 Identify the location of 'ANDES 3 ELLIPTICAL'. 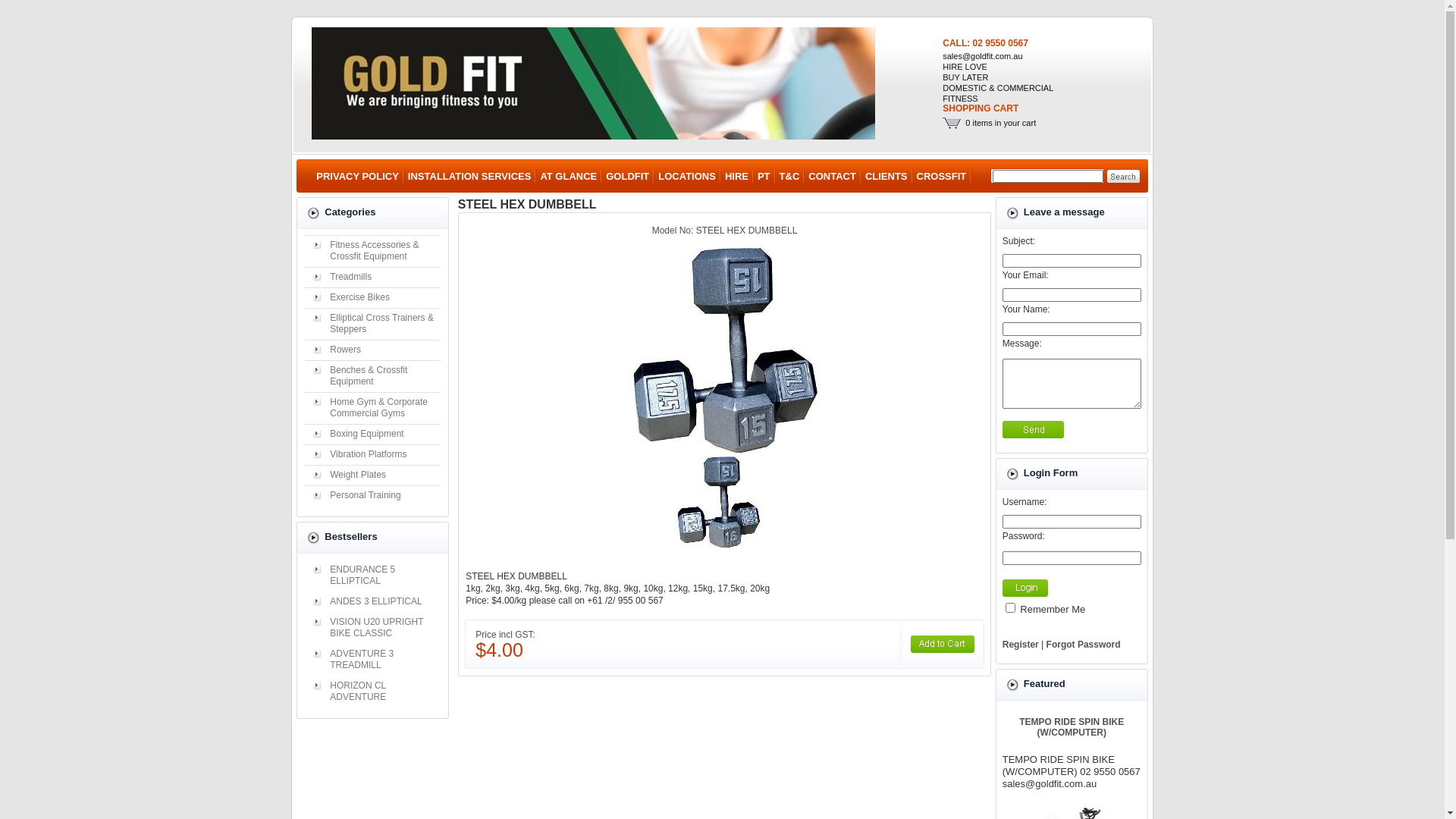
(372, 601).